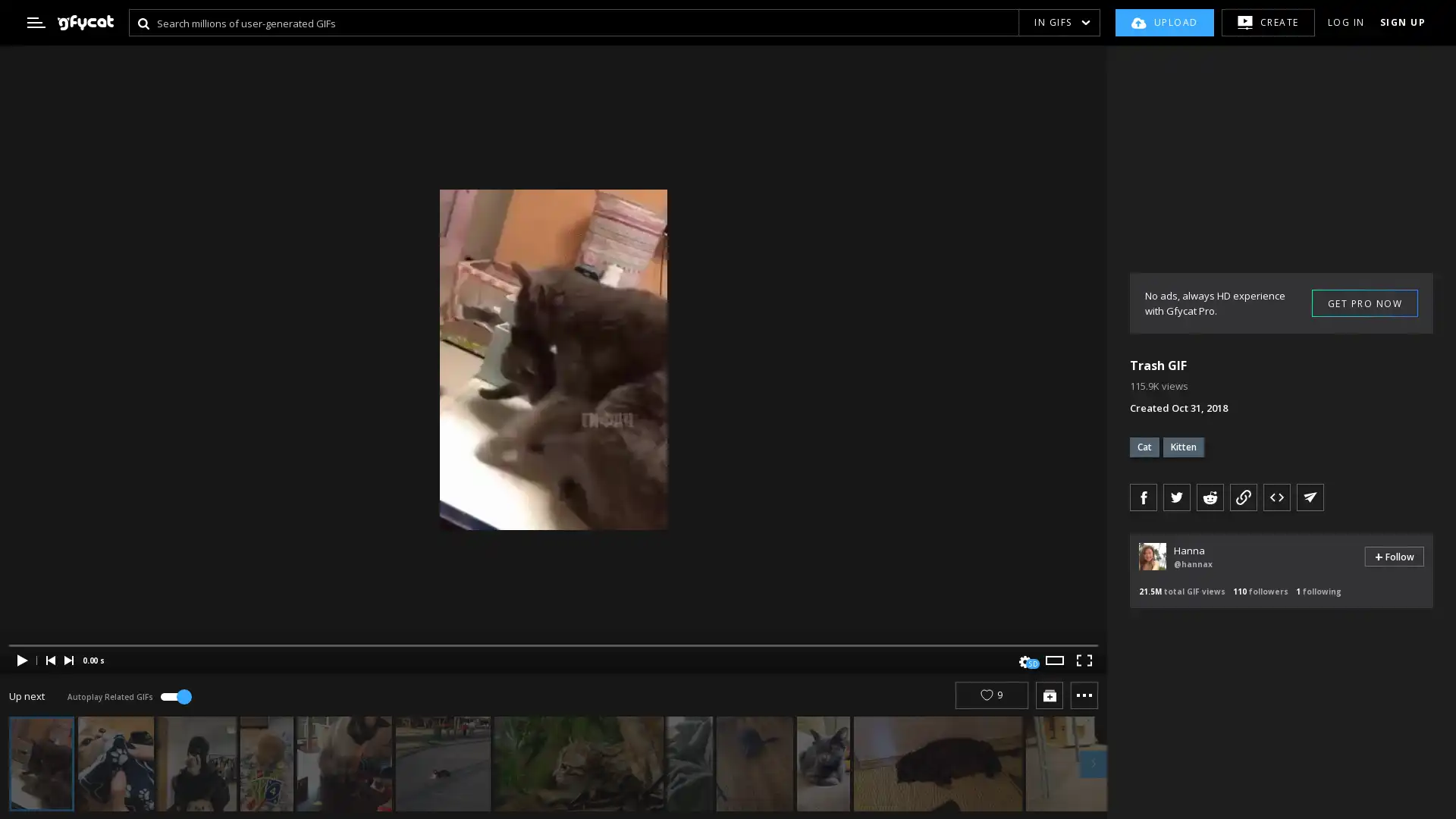 The image size is (1456, 819). What do you see at coordinates (1394, 556) in the screenshot?
I see `+ Follow` at bounding box center [1394, 556].